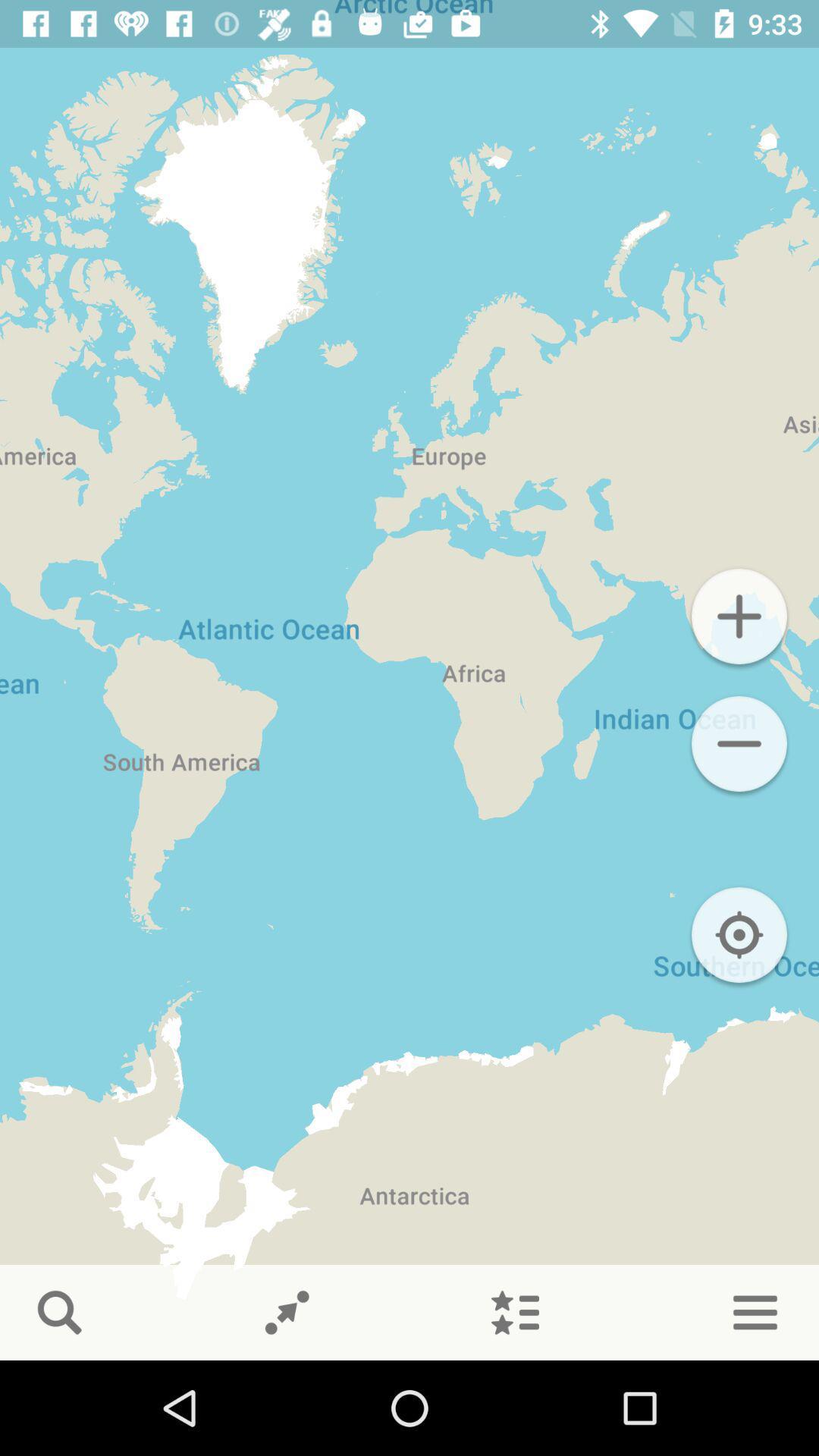  I want to click on the search icon, so click(58, 1312).